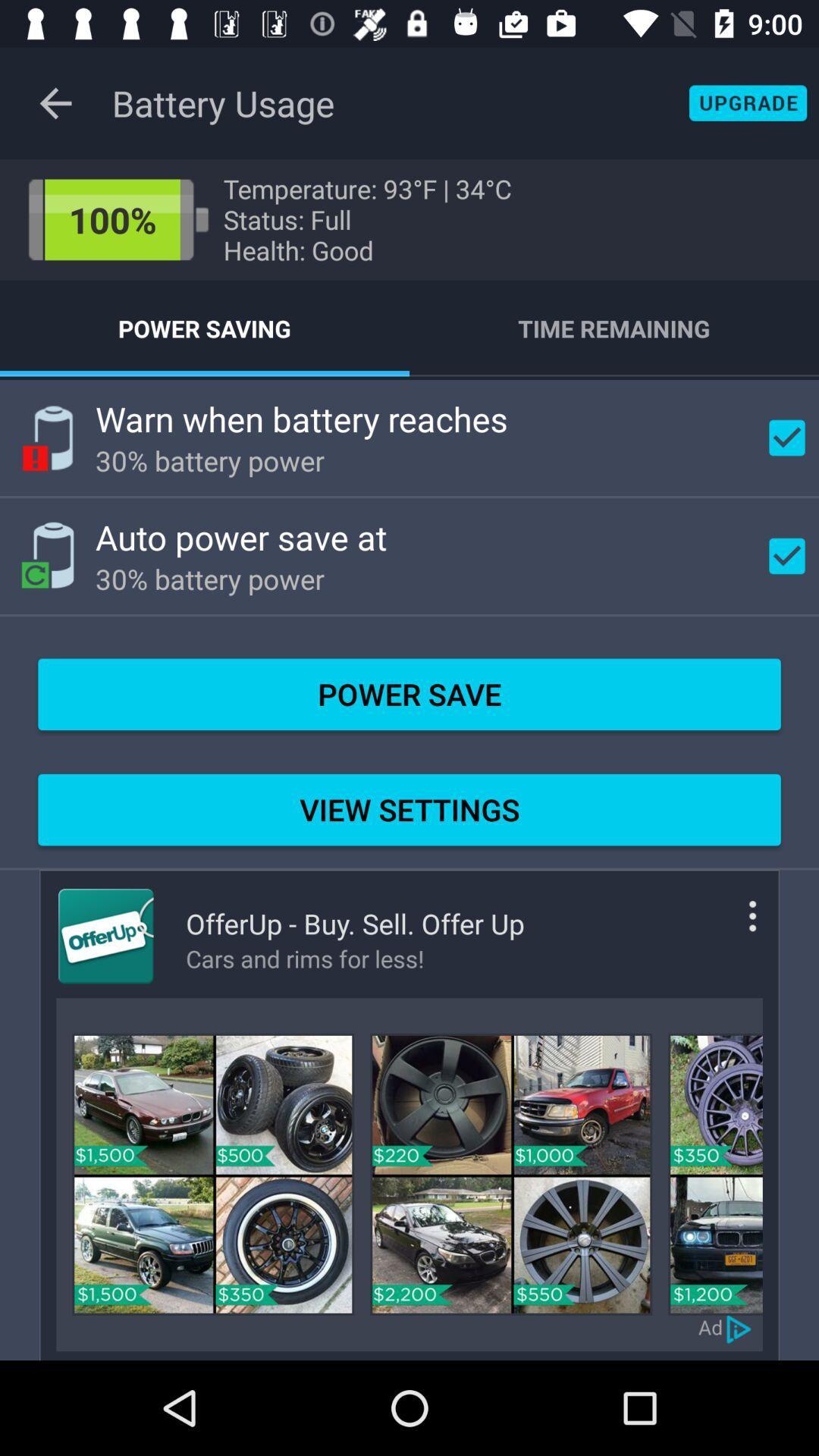 The width and height of the screenshot is (819, 1456). What do you see at coordinates (55, 102) in the screenshot?
I see `go back` at bounding box center [55, 102].